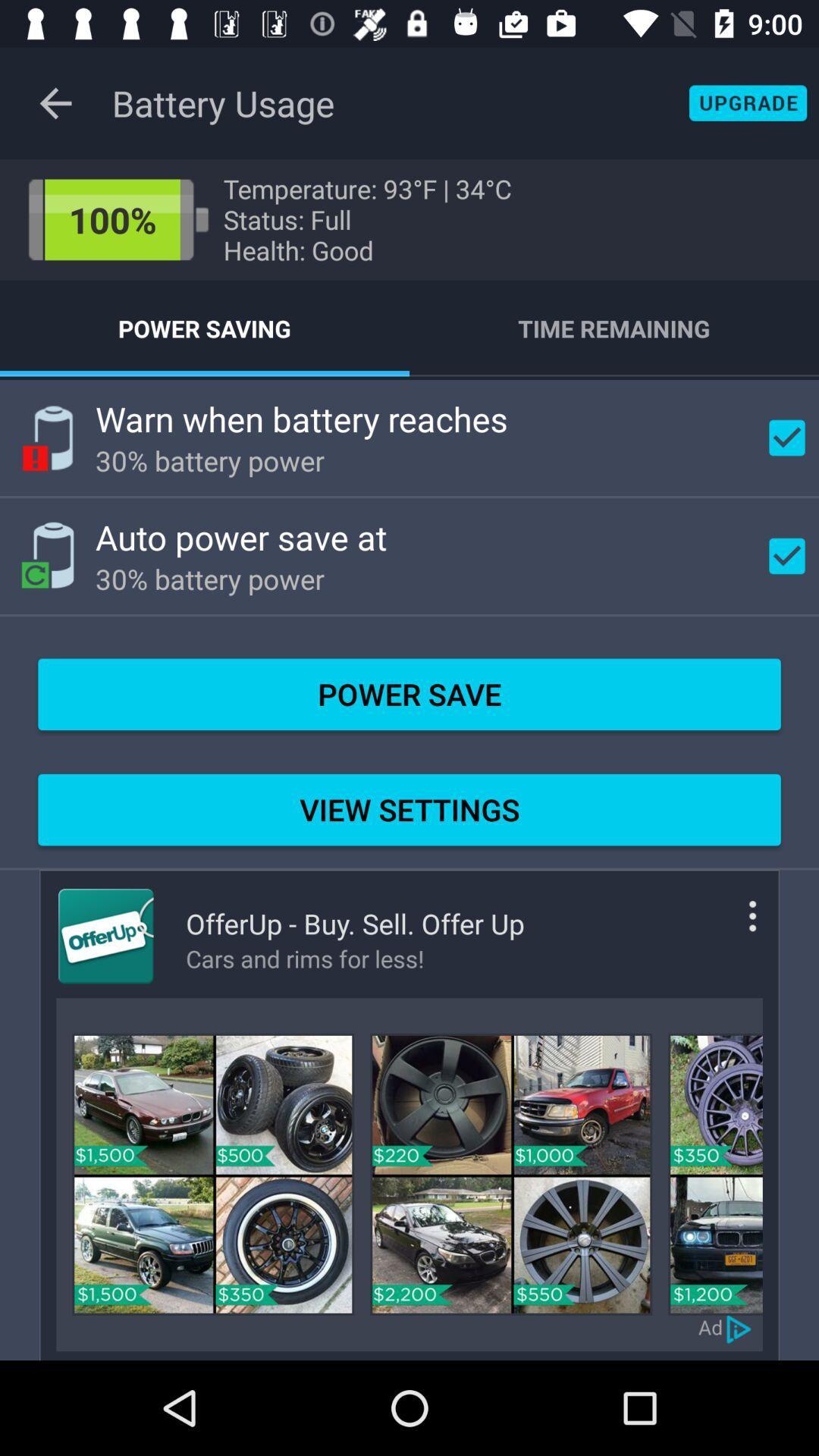 The width and height of the screenshot is (819, 1456). What do you see at coordinates (55, 102) in the screenshot?
I see `go back` at bounding box center [55, 102].